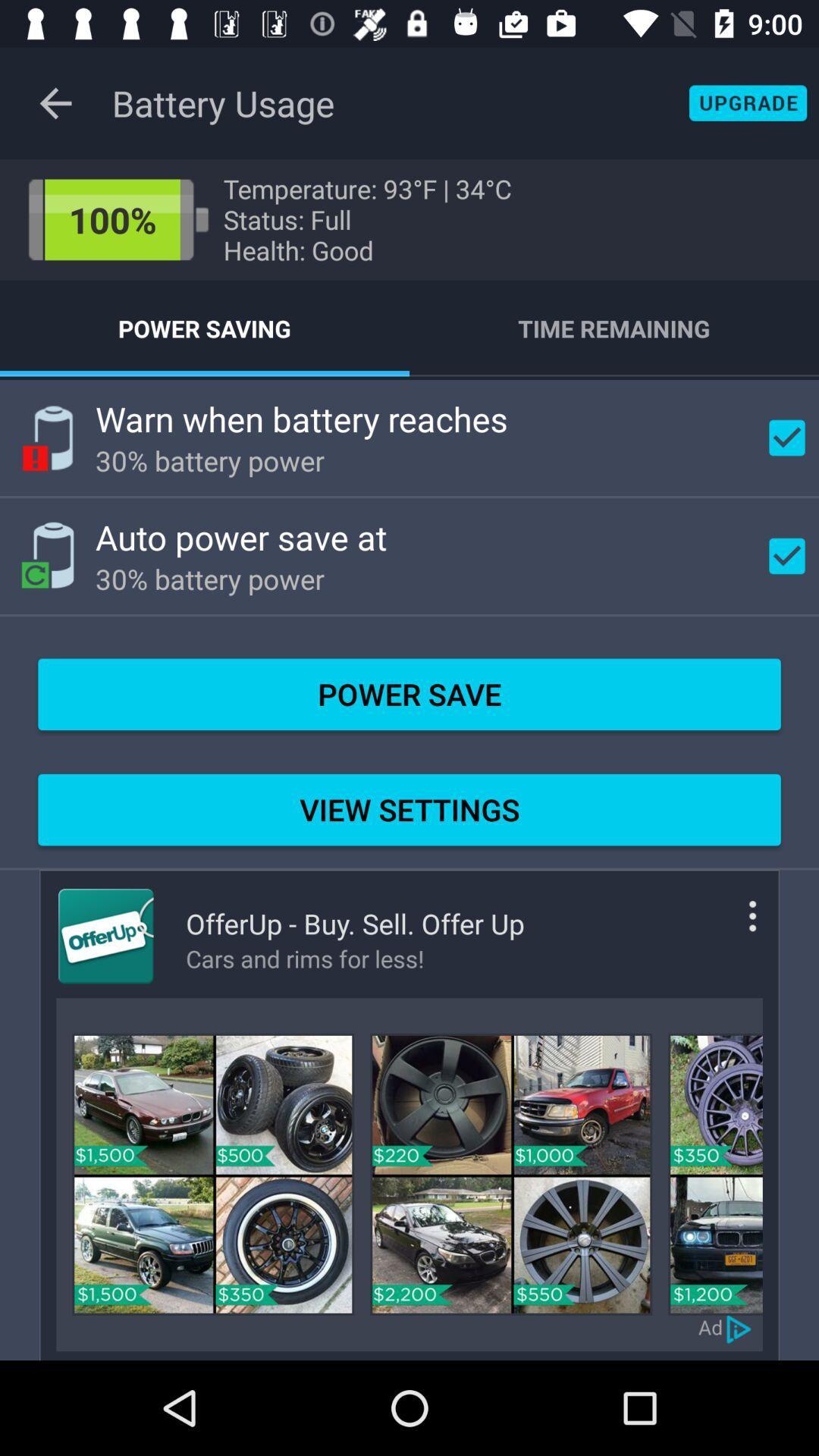 The width and height of the screenshot is (819, 1456). What do you see at coordinates (55, 102) in the screenshot?
I see `go back` at bounding box center [55, 102].